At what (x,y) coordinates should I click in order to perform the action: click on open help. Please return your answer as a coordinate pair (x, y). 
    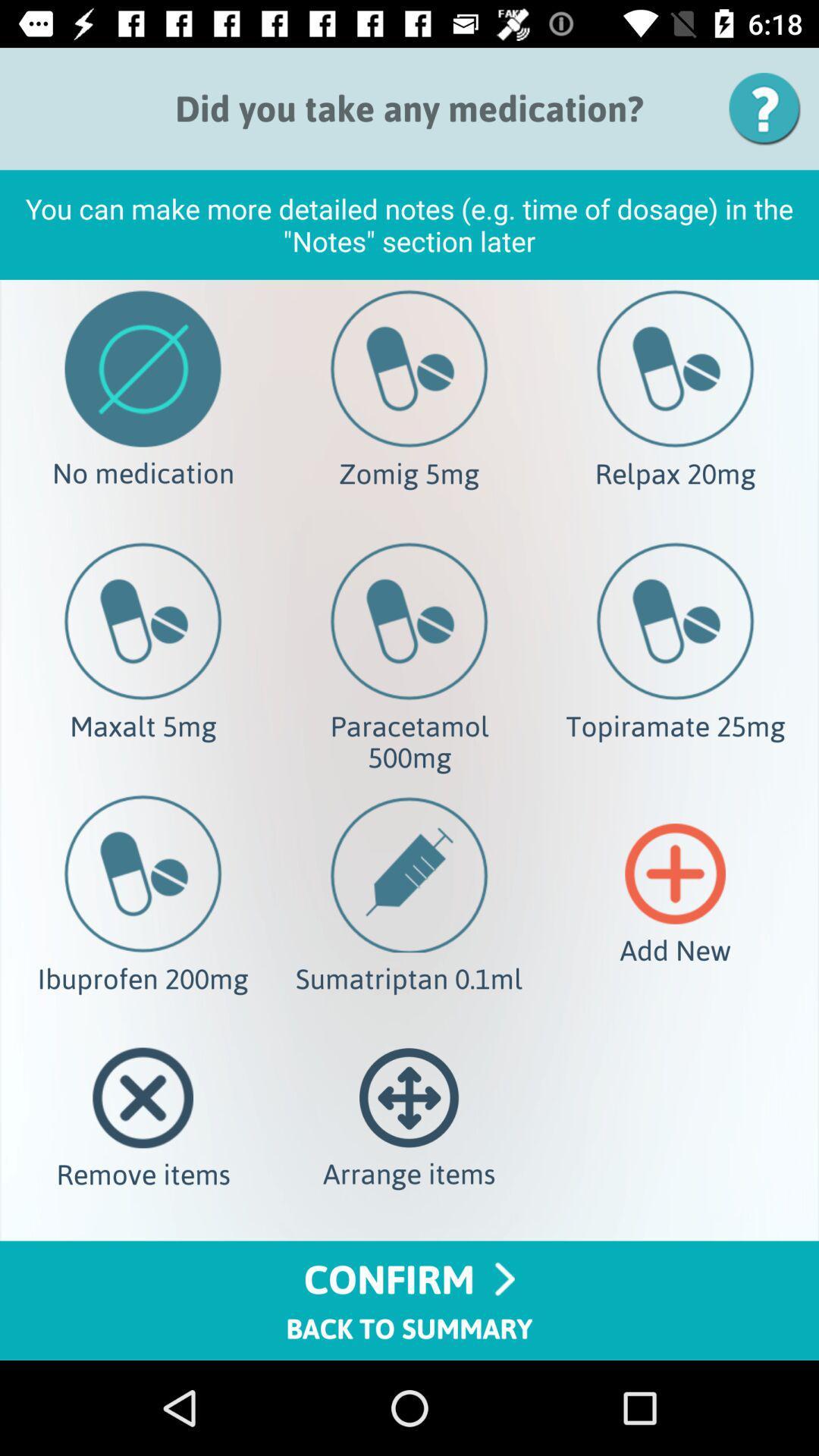
    Looking at the image, I should click on (770, 108).